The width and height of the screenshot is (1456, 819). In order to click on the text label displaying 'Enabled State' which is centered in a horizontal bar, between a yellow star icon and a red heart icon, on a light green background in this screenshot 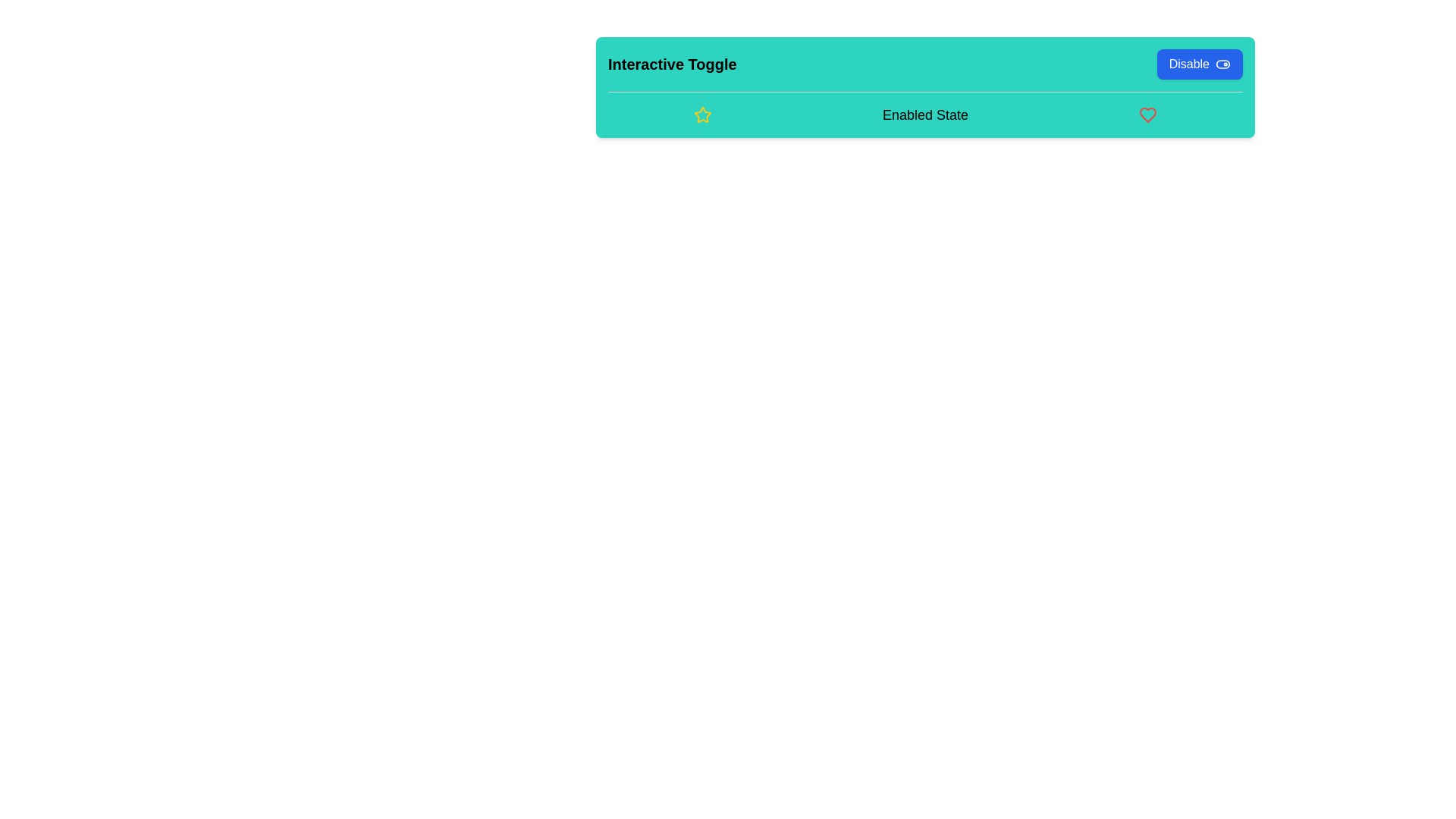, I will do `click(924, 114)`.